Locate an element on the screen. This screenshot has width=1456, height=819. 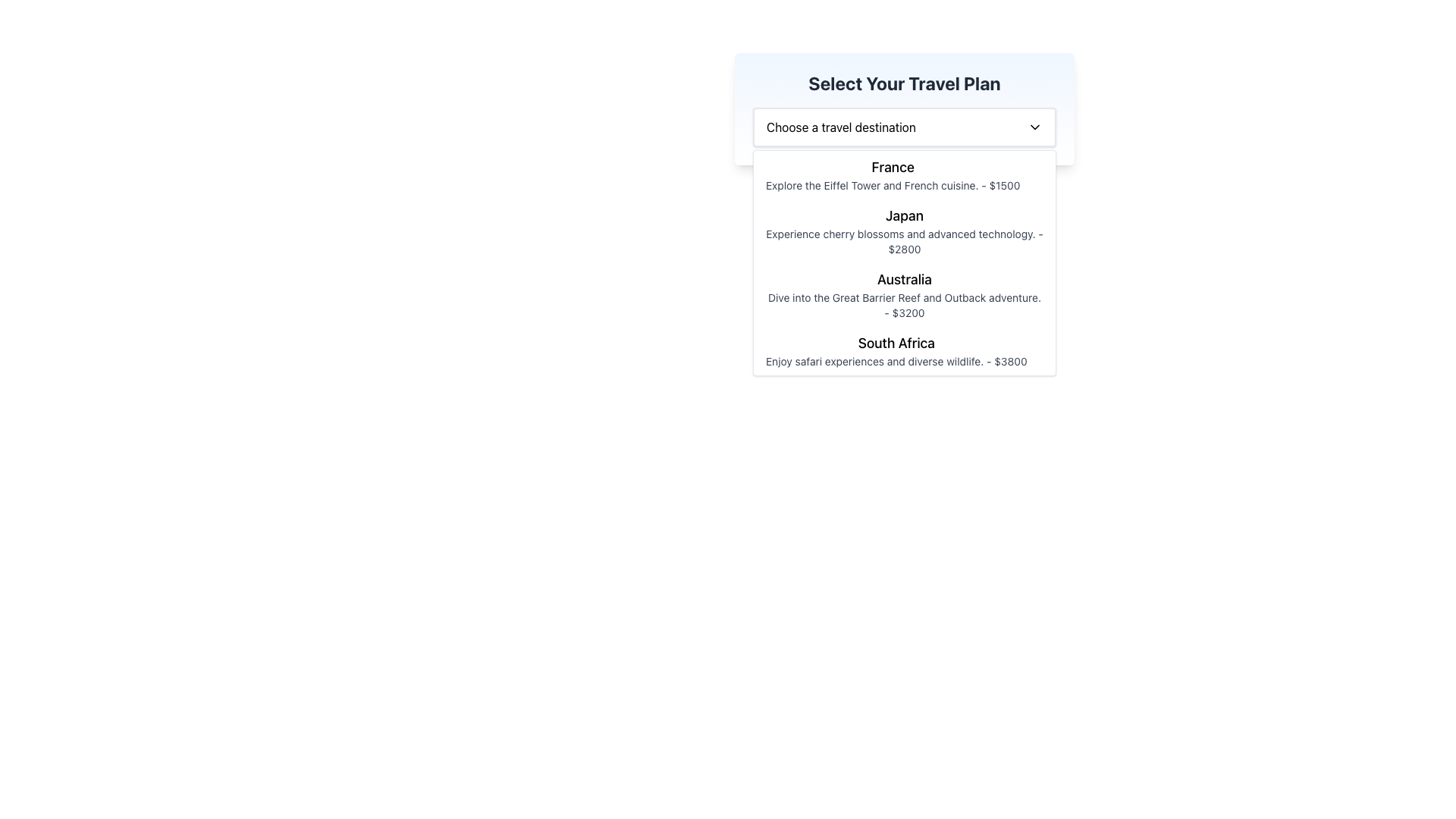
the Text Label that describes the travel opportunity to Japan, which is styled in a smaller font size with a grayish hue and located below the header 'Japan' is located at coordinates (905, 241).